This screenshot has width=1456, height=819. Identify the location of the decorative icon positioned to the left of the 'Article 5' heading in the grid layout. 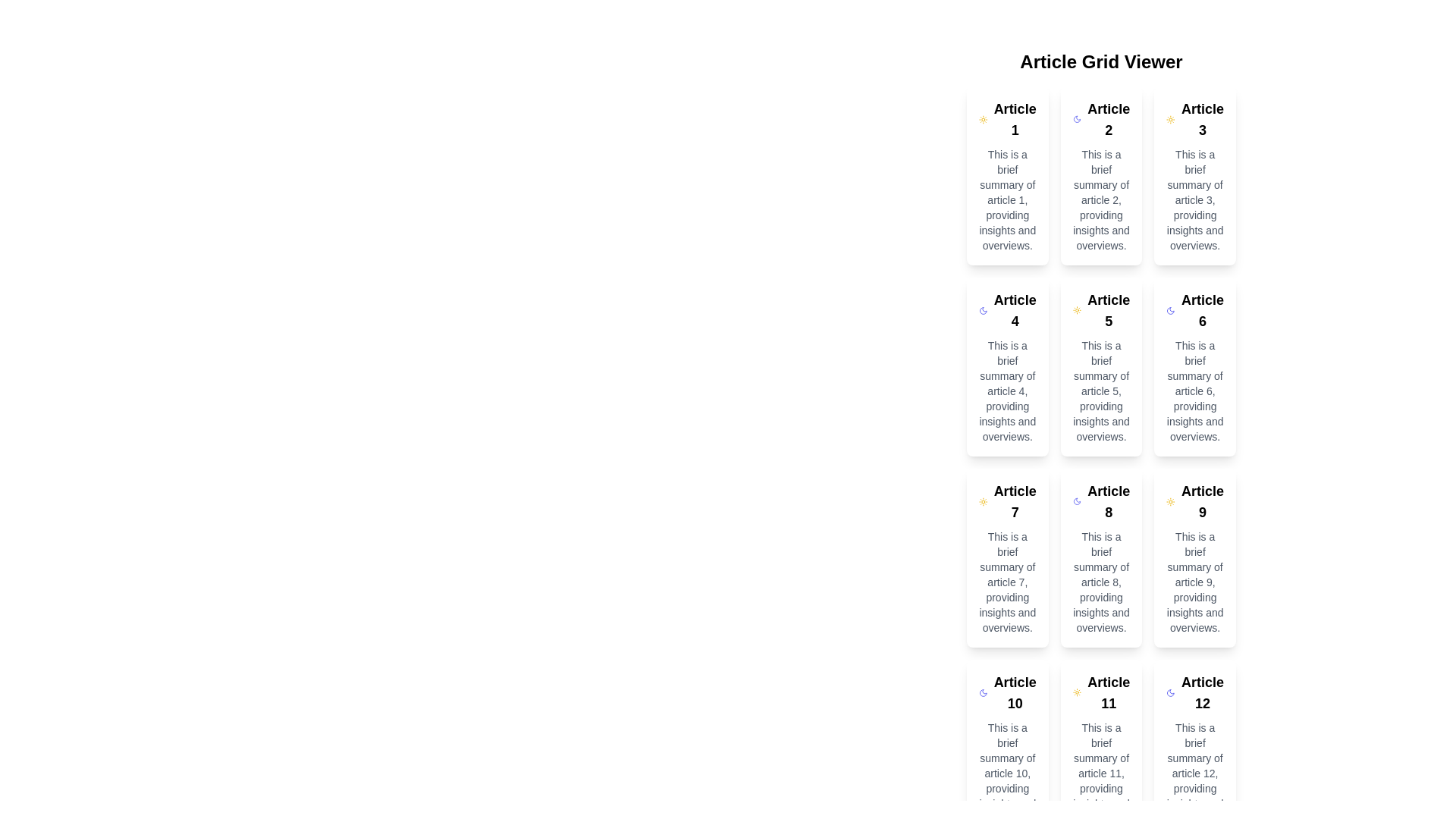
(1076, 309).